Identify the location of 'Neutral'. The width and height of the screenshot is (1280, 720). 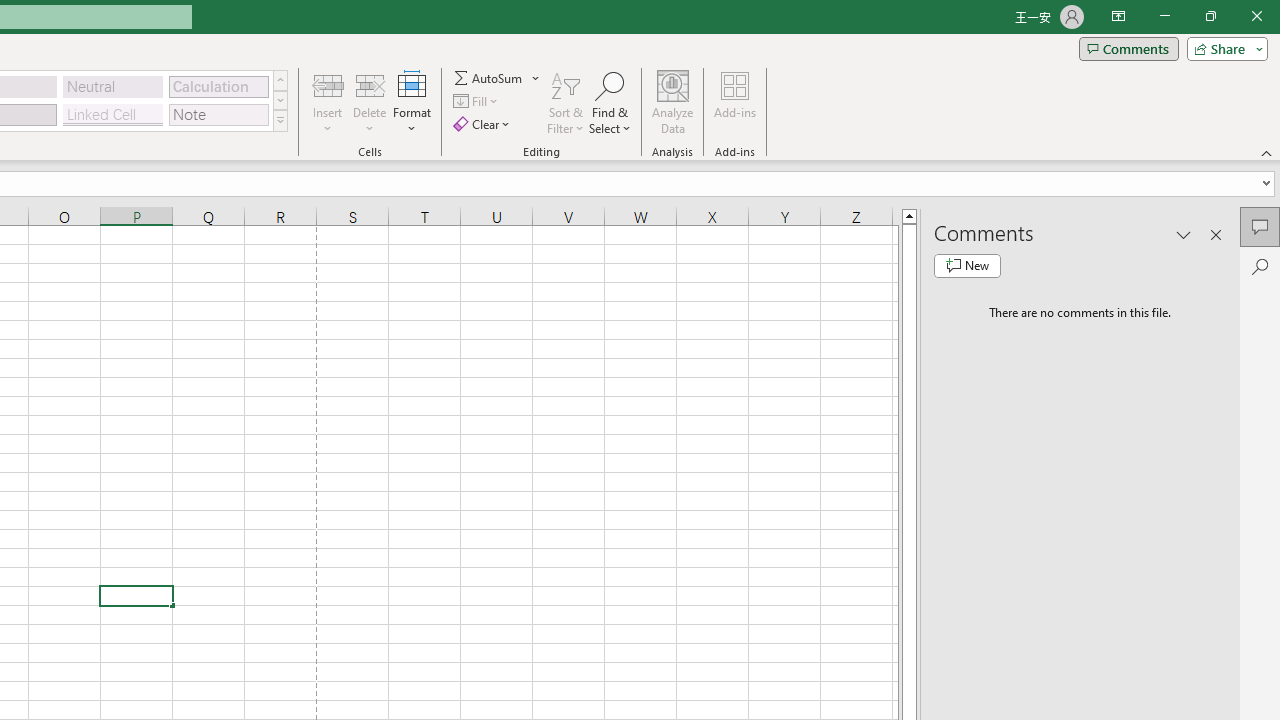
(112, 85).